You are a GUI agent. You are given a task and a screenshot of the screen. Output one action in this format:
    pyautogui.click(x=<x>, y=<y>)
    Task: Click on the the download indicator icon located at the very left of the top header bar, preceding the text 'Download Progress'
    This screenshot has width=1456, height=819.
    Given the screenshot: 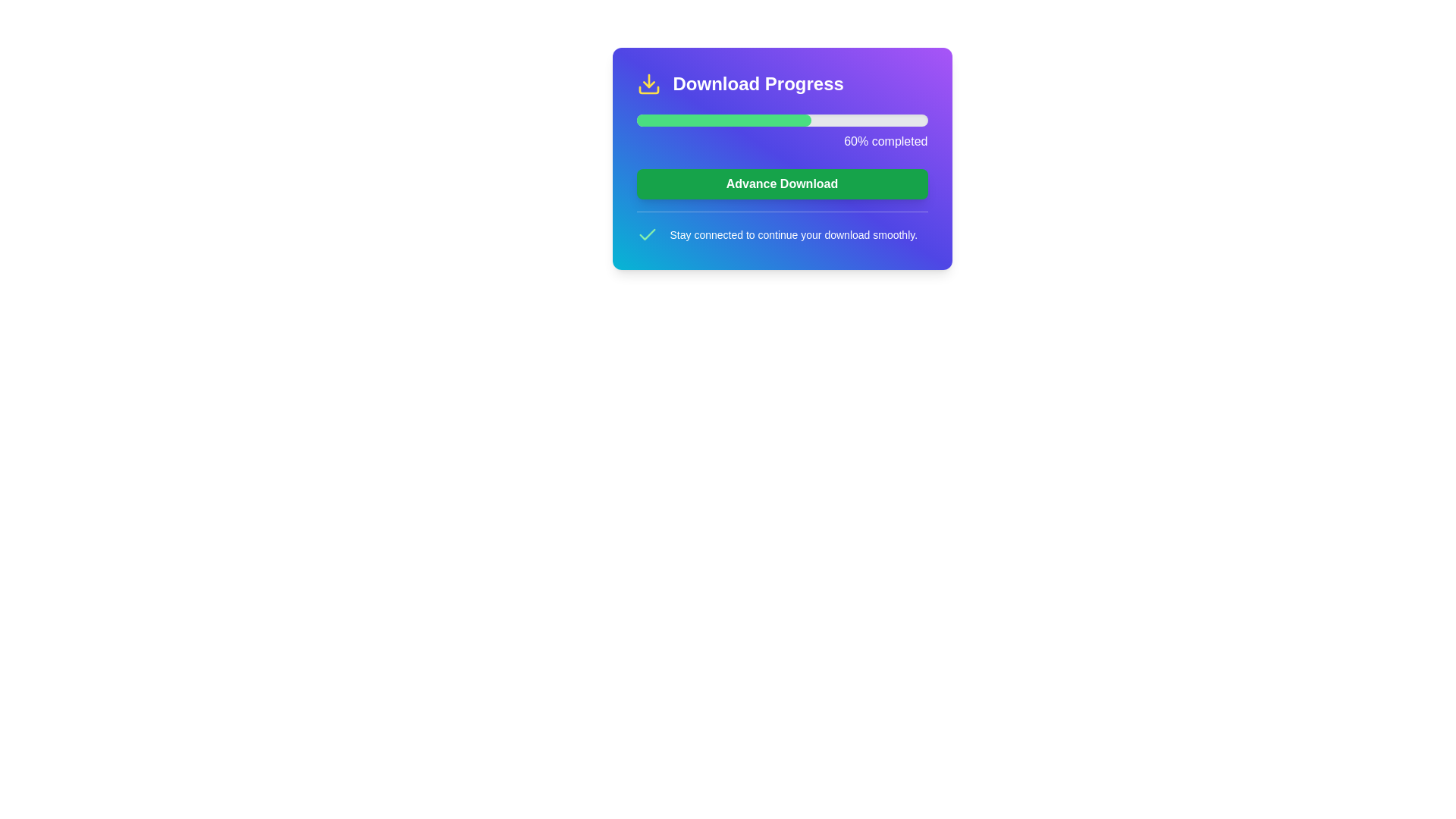 What is the action you would take?
    pyautogui.click(x=648, y=84)
    